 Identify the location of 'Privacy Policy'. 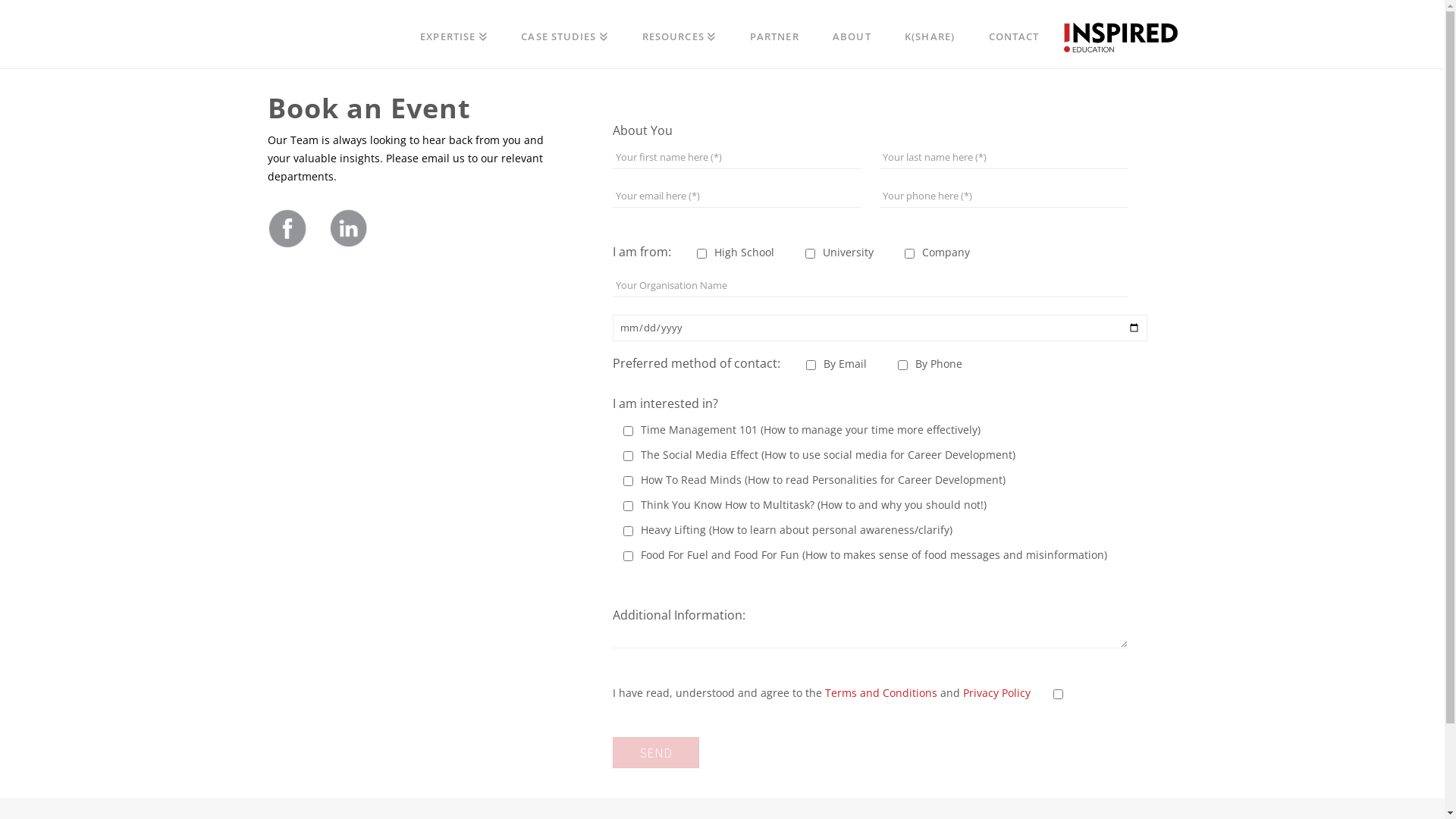
(996, 692).